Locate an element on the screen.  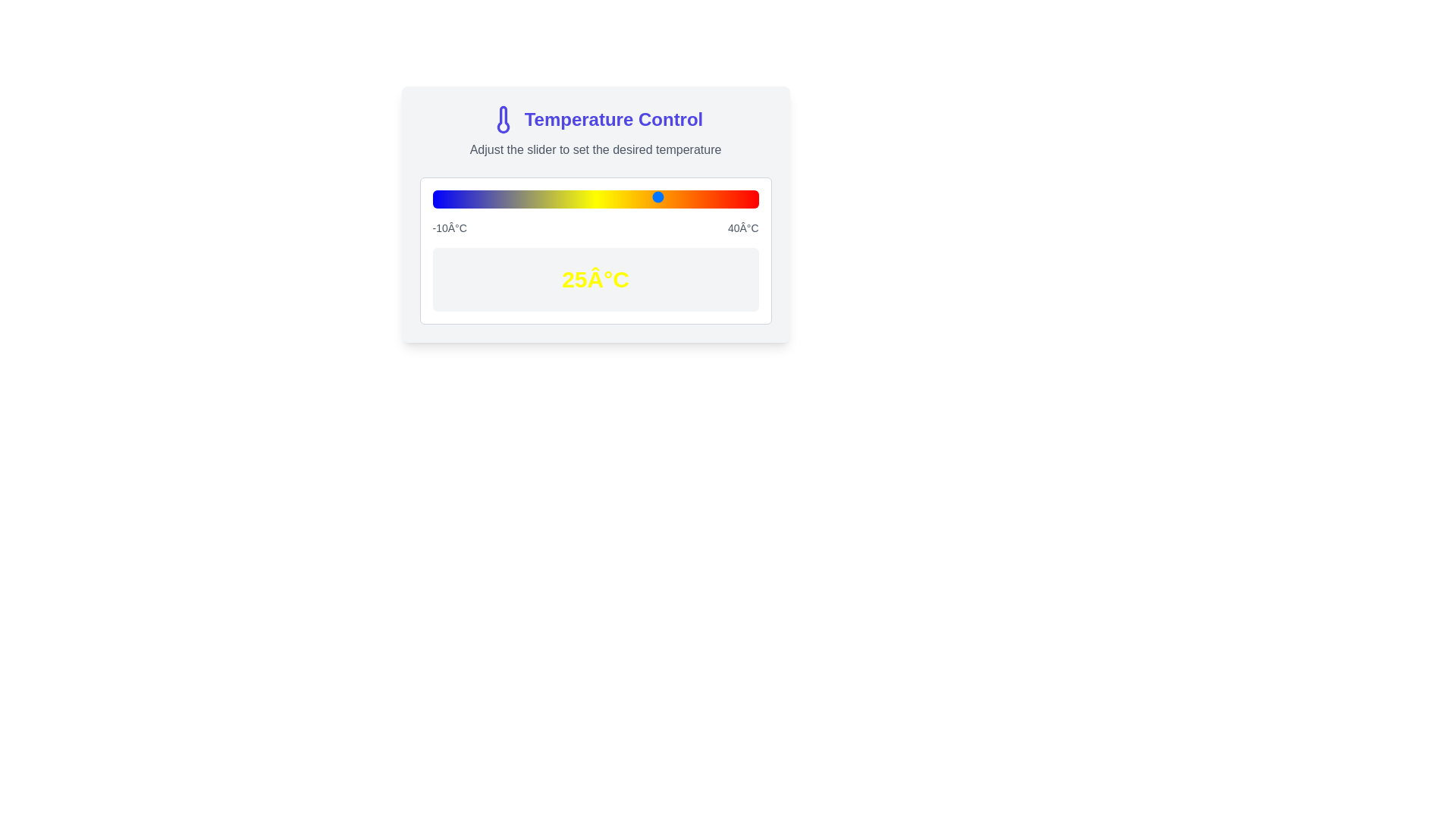
the temperature slider to set the temperature to 30°C is located at coordinates (692, 196).